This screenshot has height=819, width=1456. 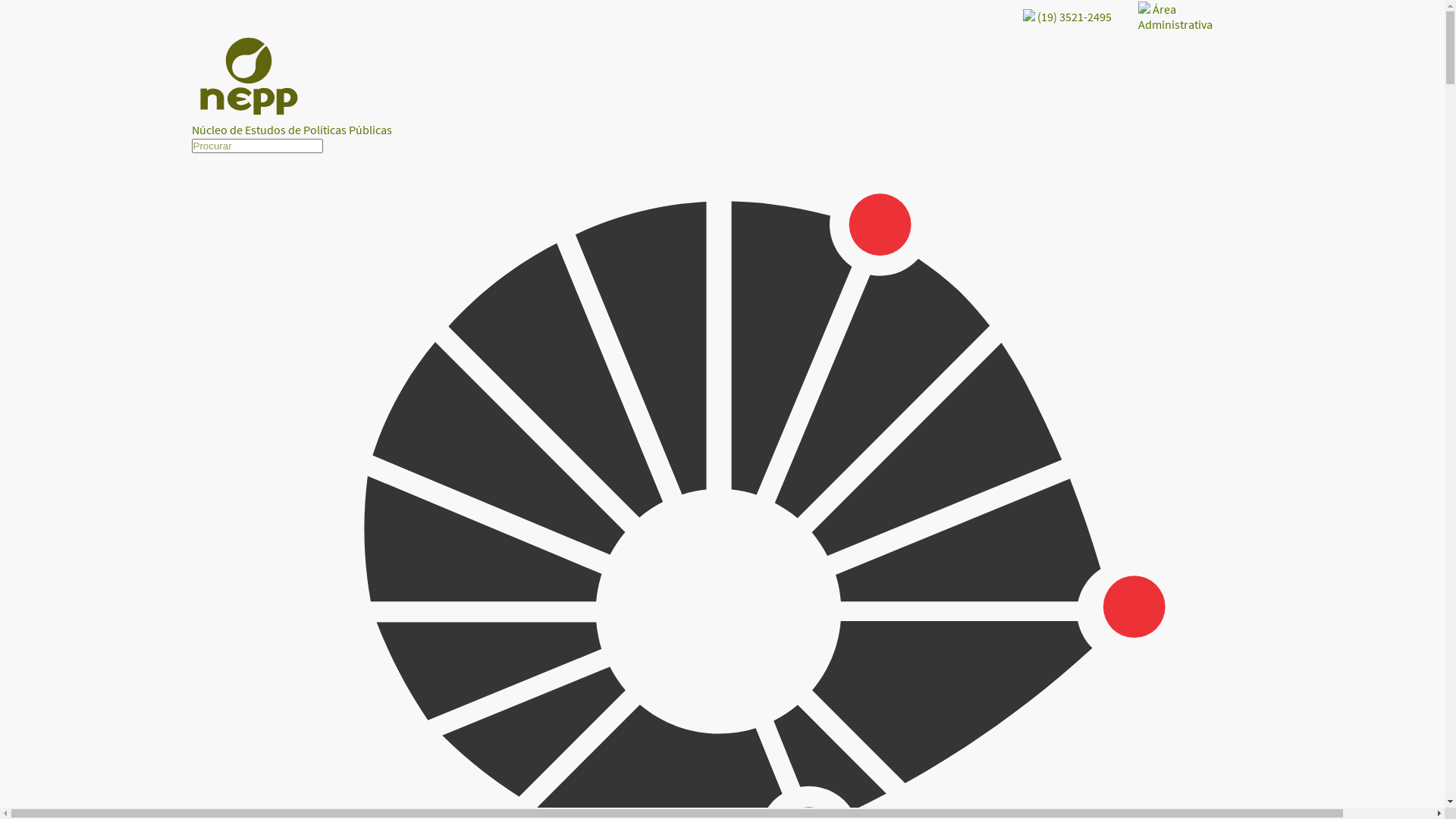 What do you see at coordinates (1065, 17) in the screenshot?
I see `'(19) 3521-2495'` at bounding box center [1065, 17].